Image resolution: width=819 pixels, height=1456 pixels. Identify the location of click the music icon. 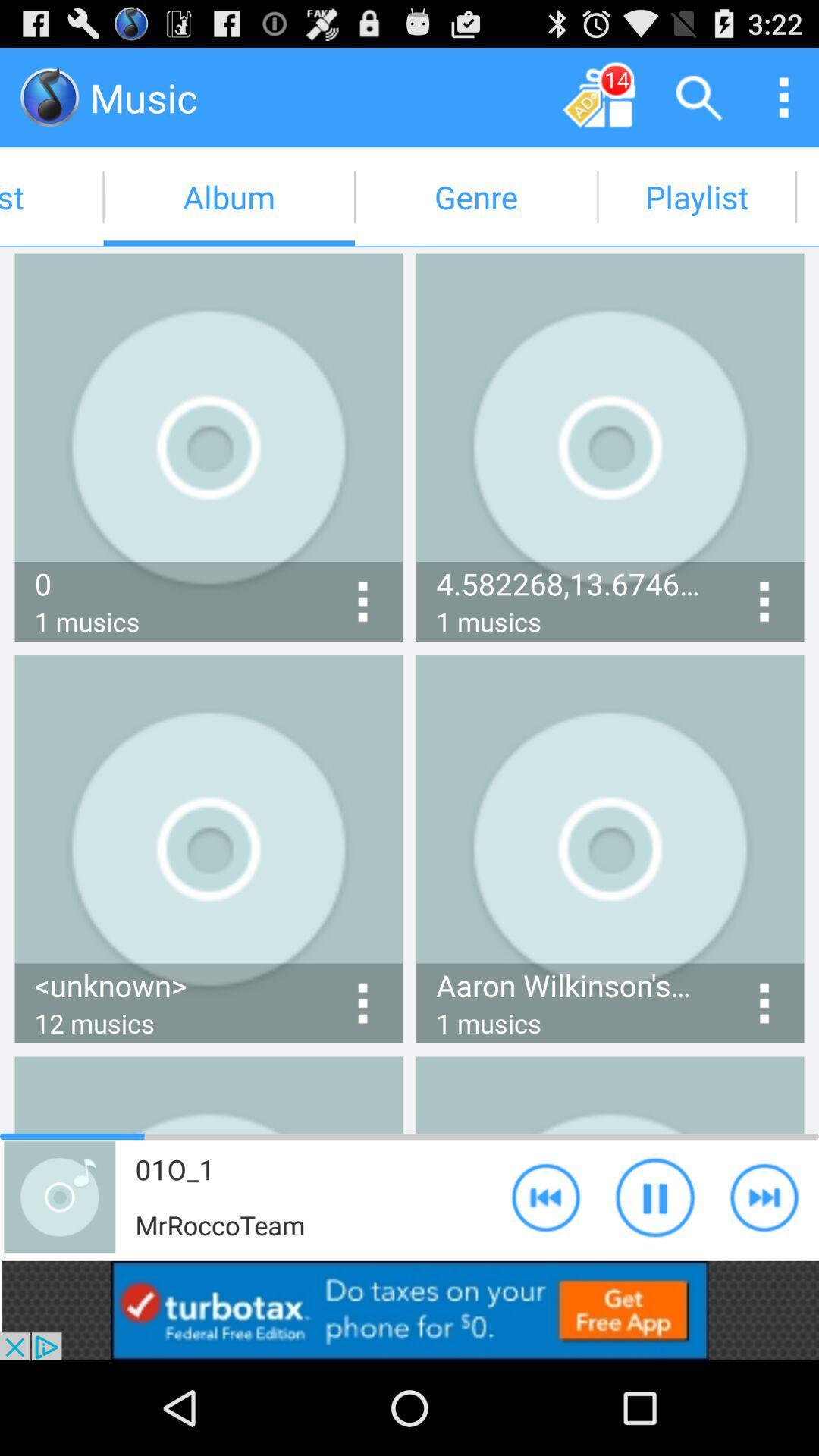
(49, 96).